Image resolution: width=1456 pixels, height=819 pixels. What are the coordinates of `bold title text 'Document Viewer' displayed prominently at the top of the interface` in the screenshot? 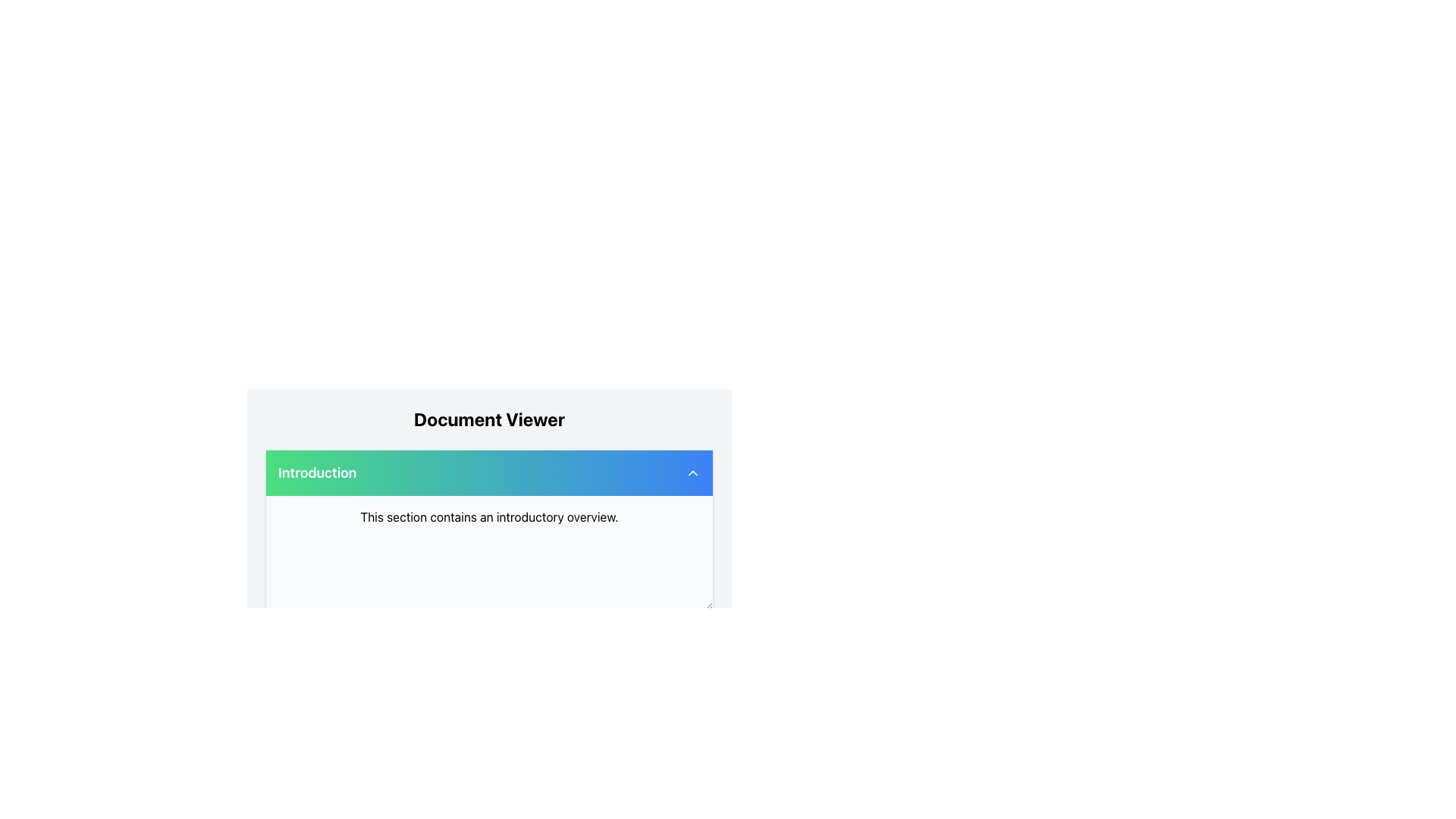 It's located at (489, 419).